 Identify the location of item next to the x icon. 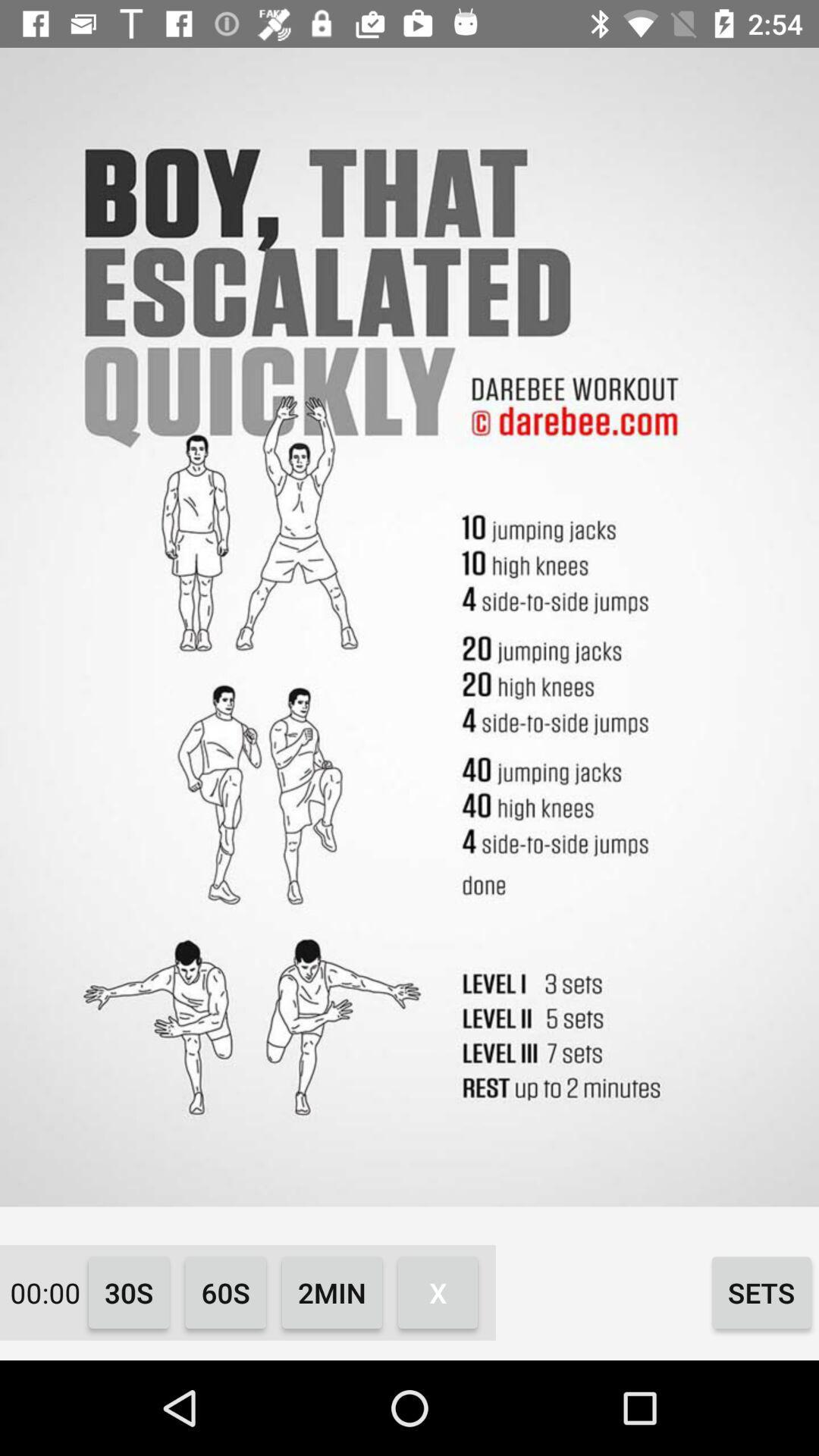
(331, 1291).